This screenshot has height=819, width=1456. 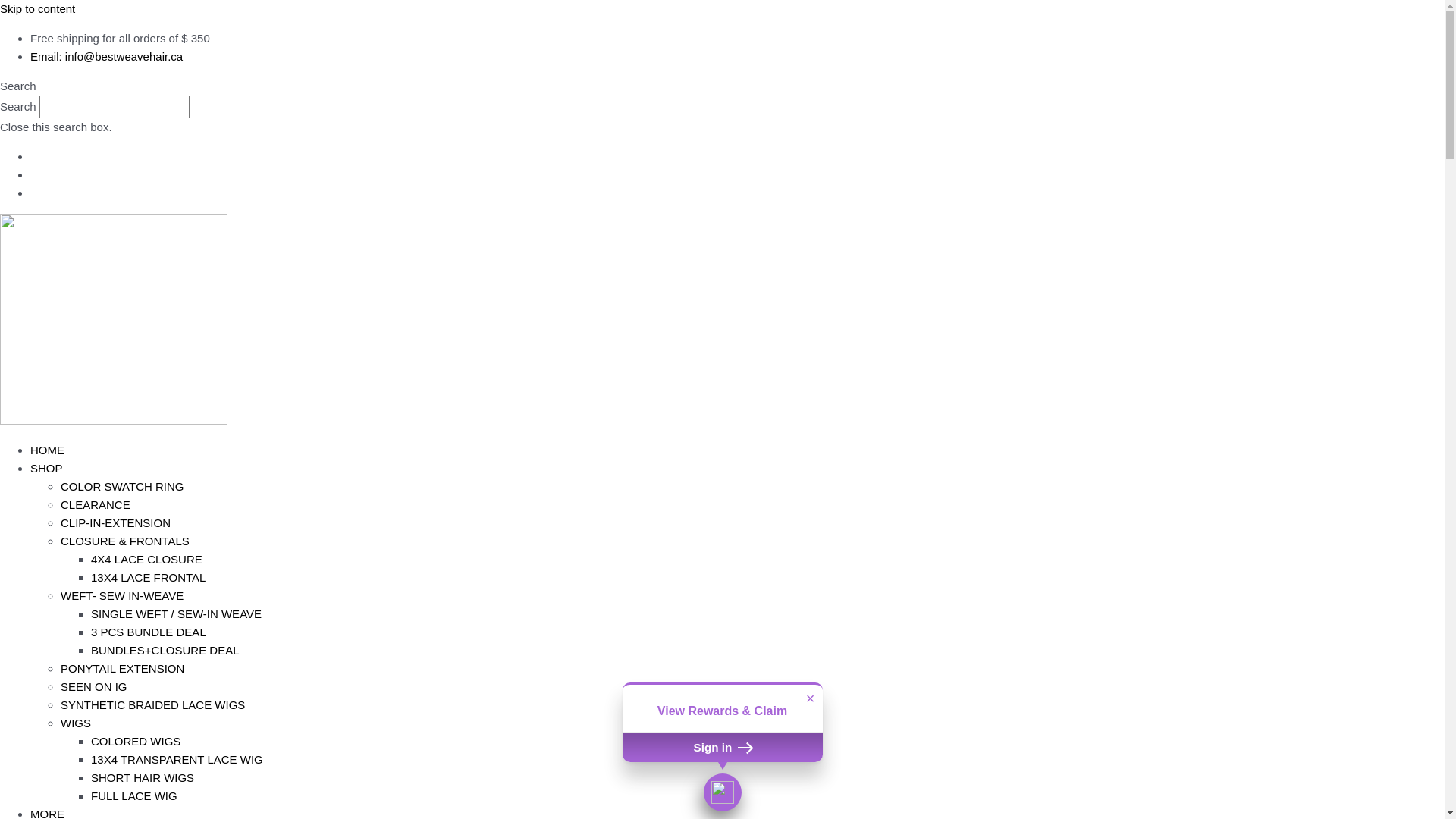 What do you see at coordinates (61, 686) in the screenshot?
I see `'SEEN ON IG'` at bounding box center [61, 686].